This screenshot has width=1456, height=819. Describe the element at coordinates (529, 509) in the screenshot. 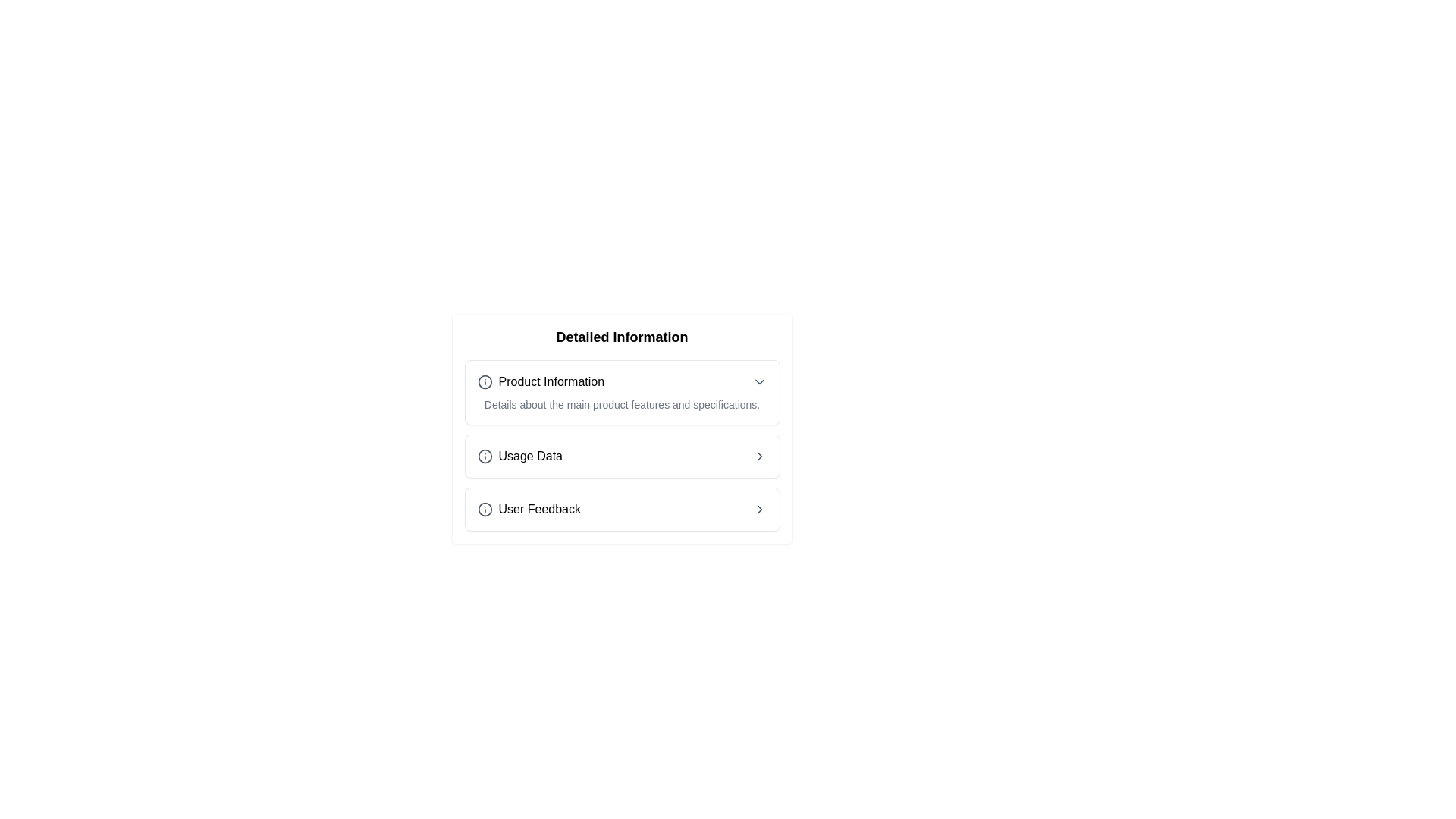

I see `the 'User Feedback' labeled button` at that location.